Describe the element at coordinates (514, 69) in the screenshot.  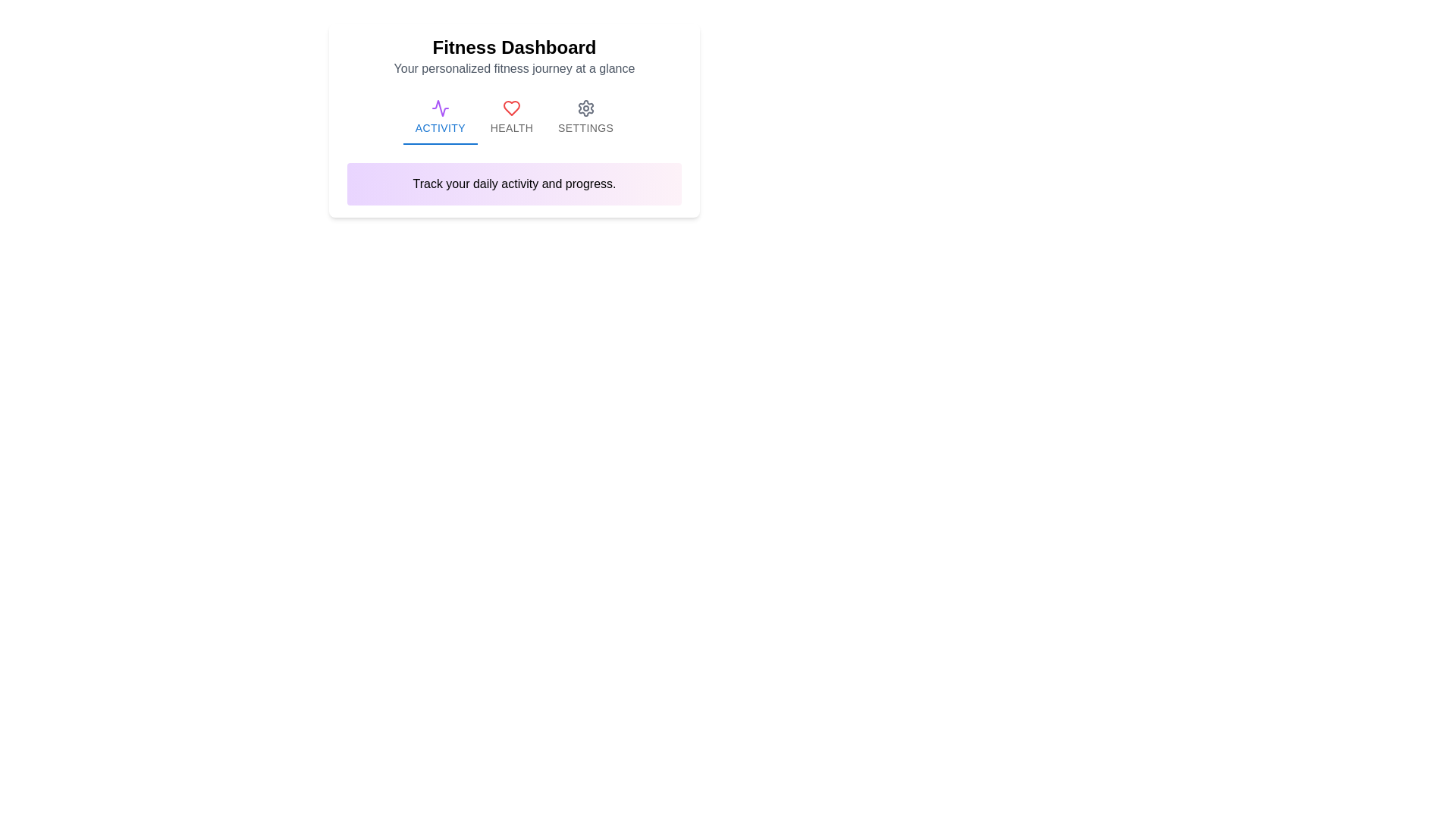
I see `the subtitle text label providing context for the 'Fitness Dashboard', located directly below the heading and centered horizontally` at that location.